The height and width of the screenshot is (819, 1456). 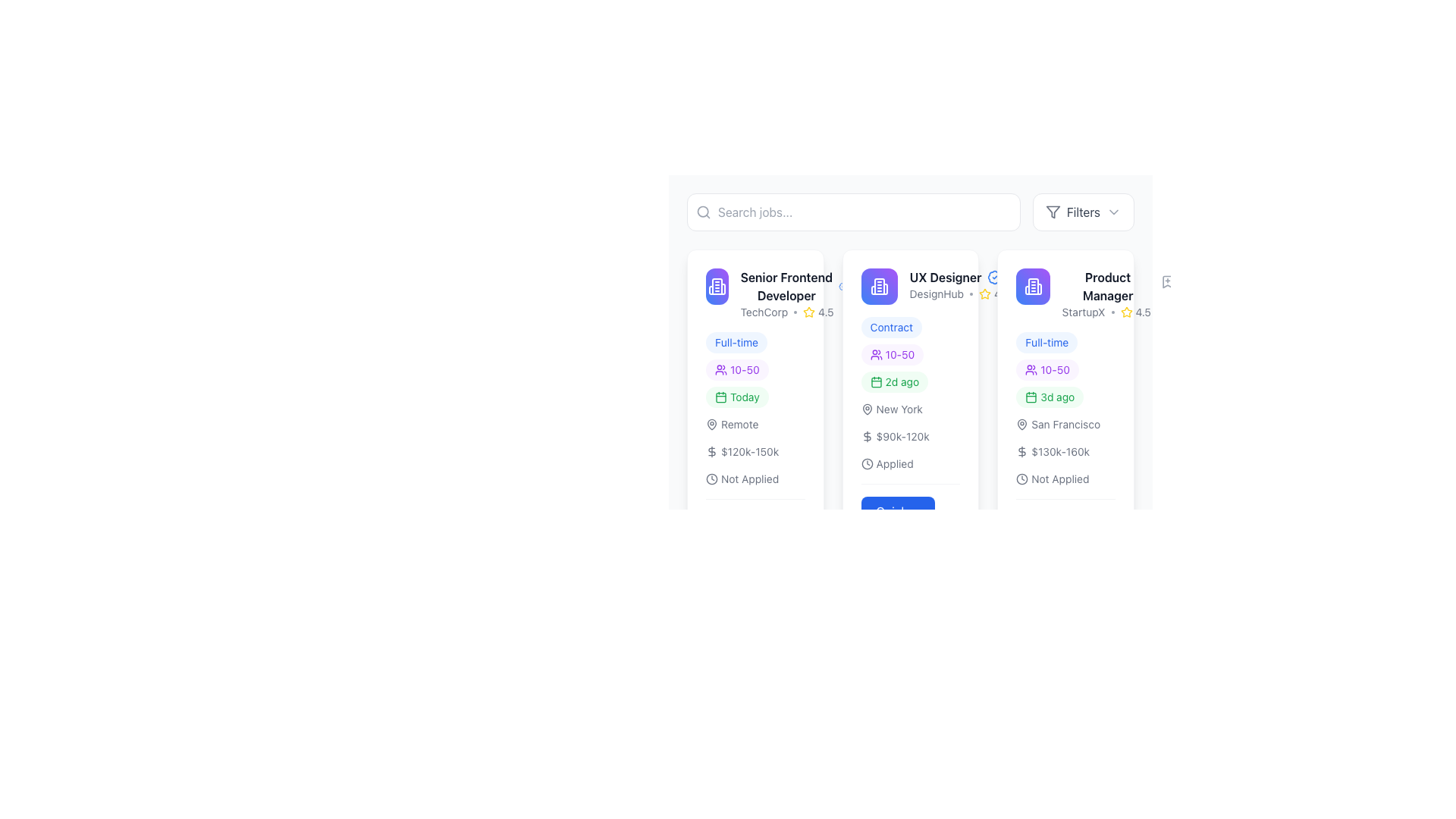 I want to click on the visual style of the outermost circular component of the badge icon that represents verification or approval, located at the top-right area of the second job card, so click(x=843, y=287).